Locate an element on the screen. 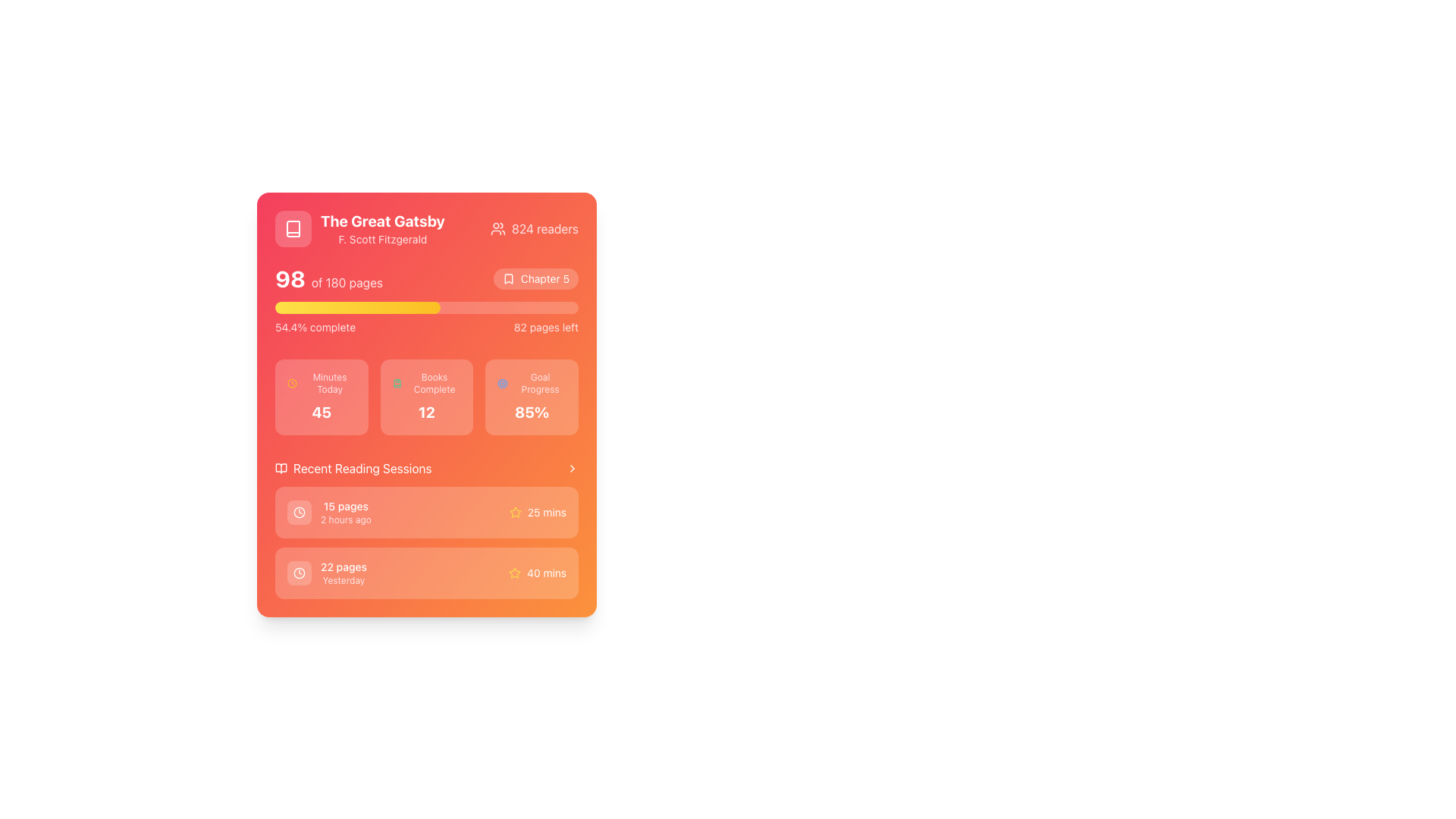 The image size is (1456, 819). displayed text '45' from the bold, white-colored text element on a subdued red background located in the 'Minutes Today' card section is located at coordinates (321, 412).